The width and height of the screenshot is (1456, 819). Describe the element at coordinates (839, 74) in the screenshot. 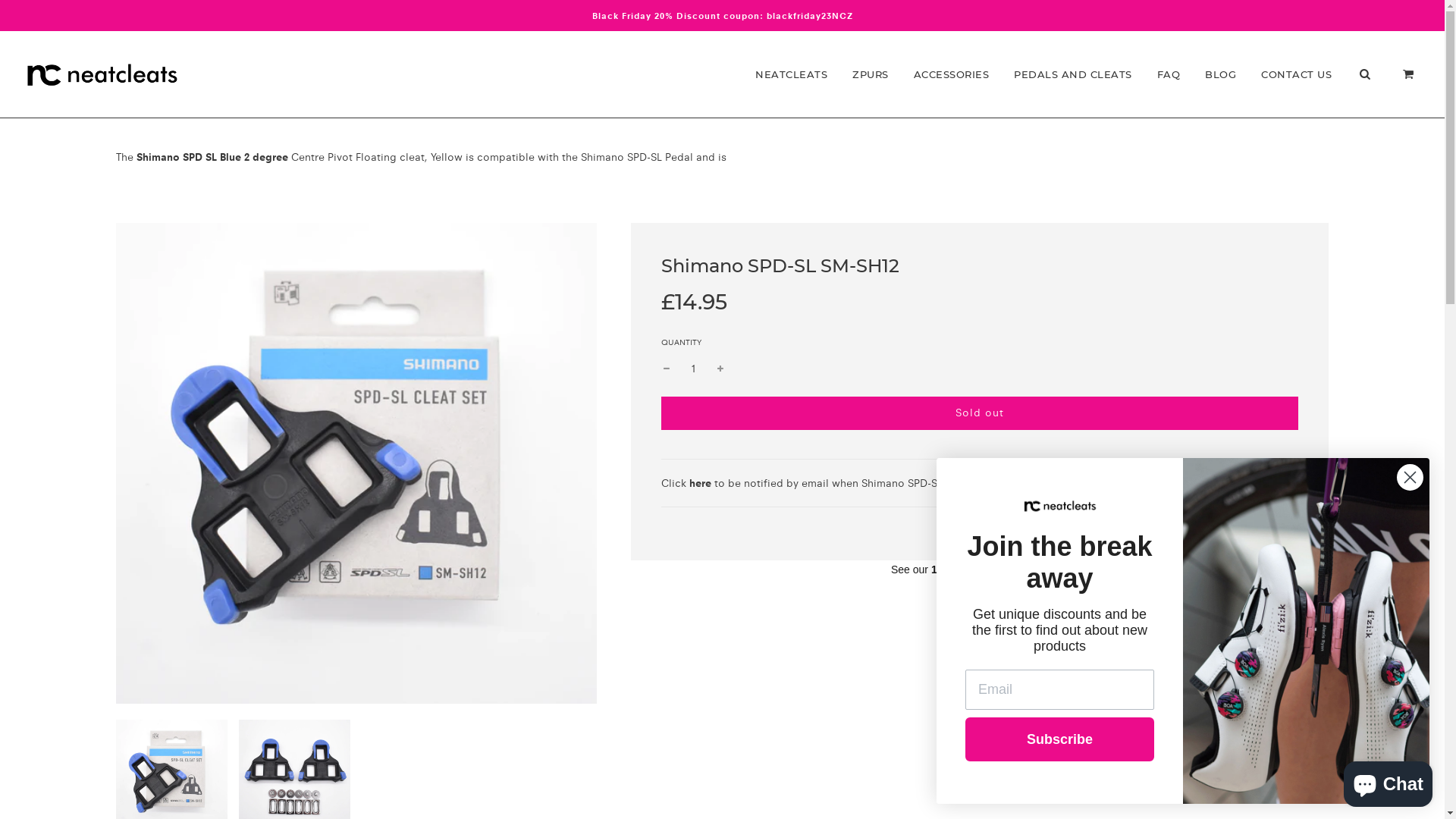

I see `'ZPURS'` at that location.